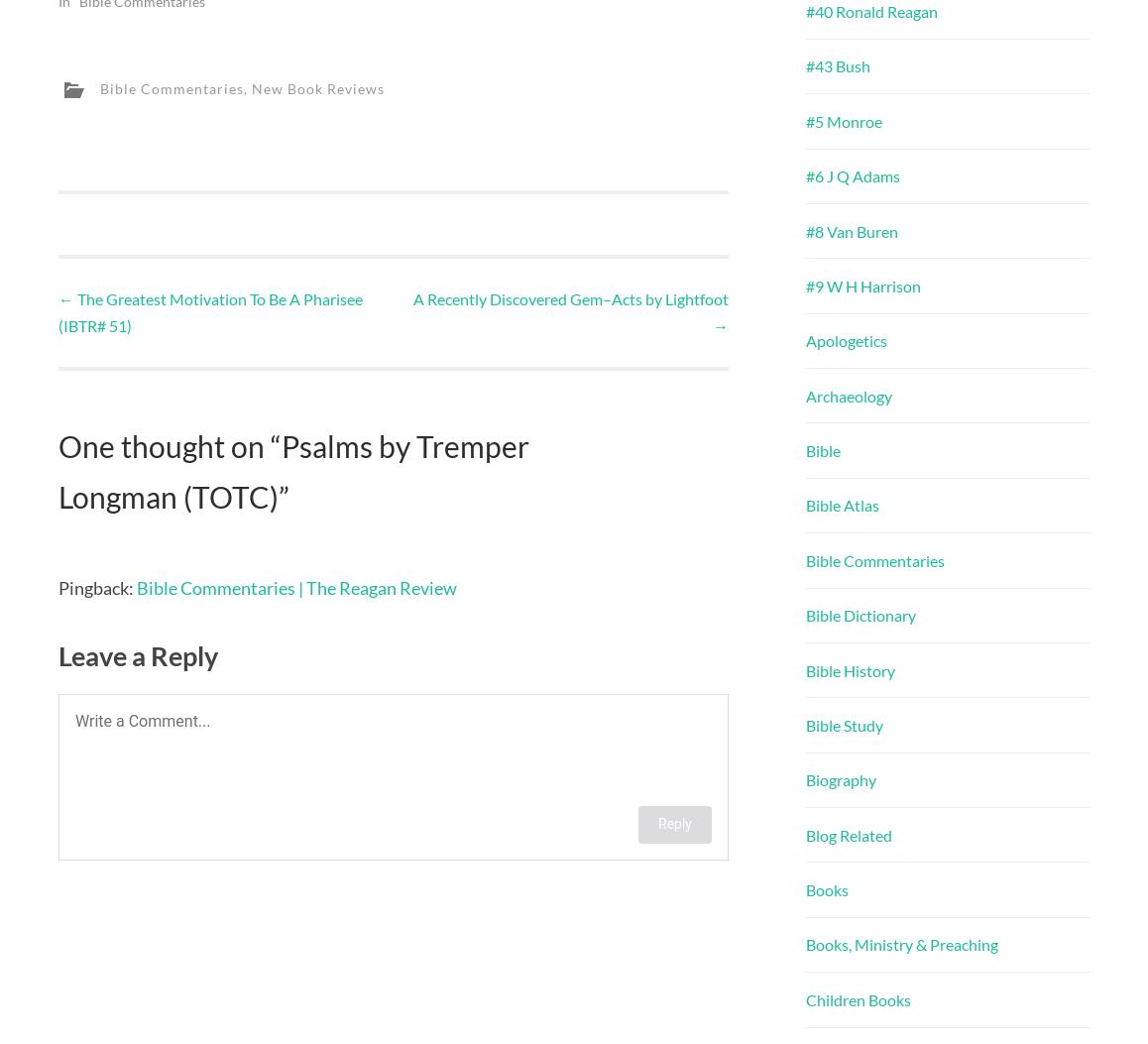  Describe the element at coordinates (675, 821) in the screenshot. I see `'Reply'` at that location.